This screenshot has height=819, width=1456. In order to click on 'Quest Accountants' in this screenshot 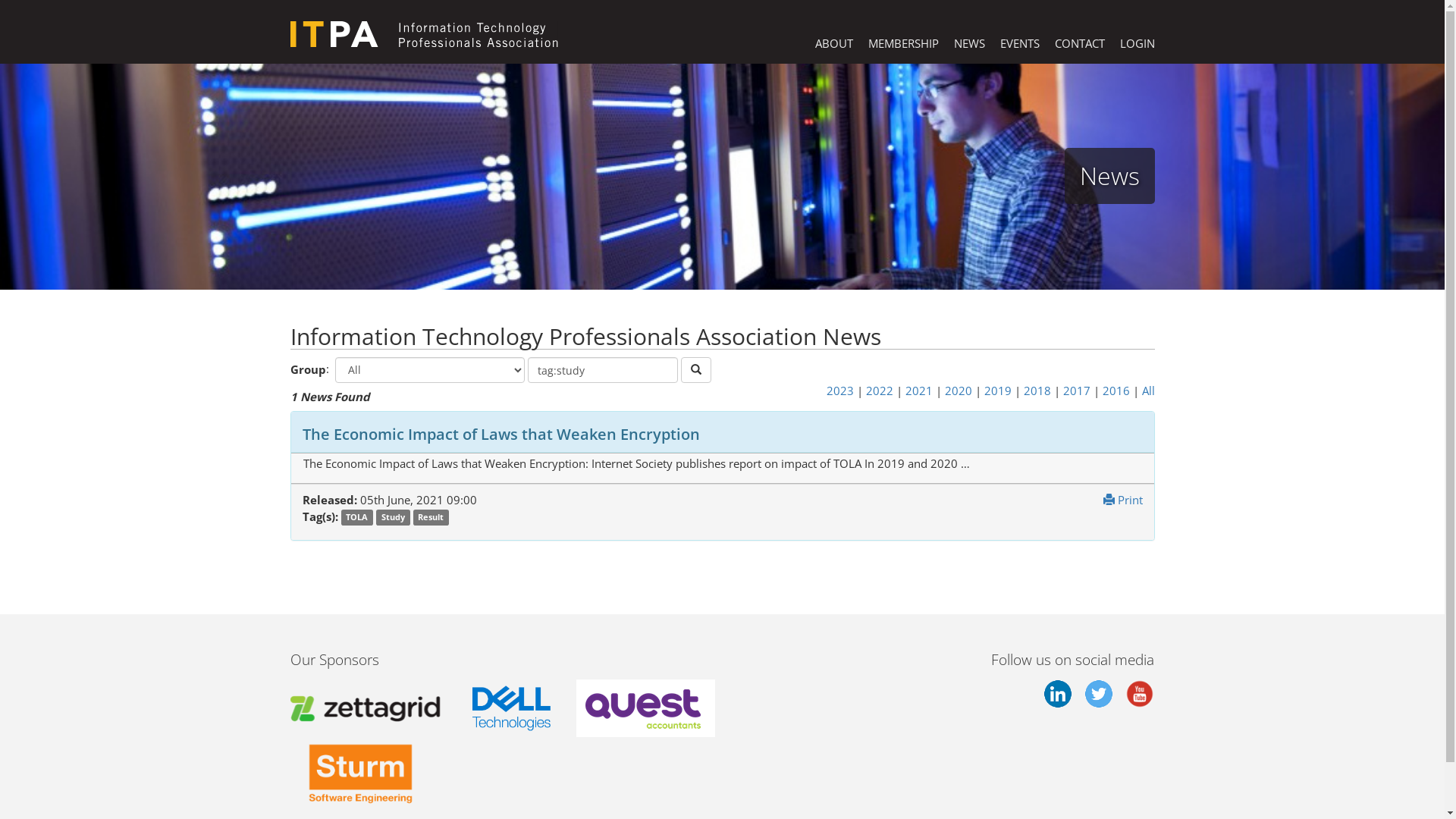, I will do `click(645, 707)`.